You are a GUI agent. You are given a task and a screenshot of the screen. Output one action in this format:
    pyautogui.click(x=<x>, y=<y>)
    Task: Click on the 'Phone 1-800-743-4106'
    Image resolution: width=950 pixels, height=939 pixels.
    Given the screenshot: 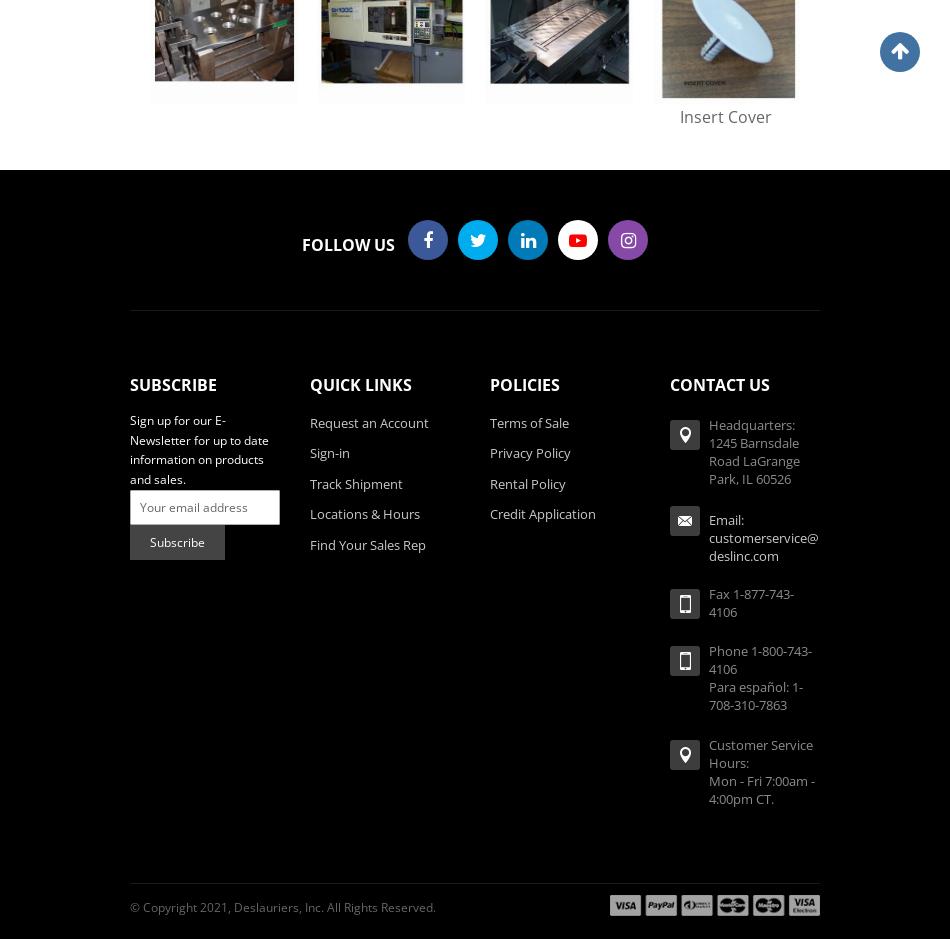 What is the action you would take?
    pyautogui.click(x=759, y=660)
    